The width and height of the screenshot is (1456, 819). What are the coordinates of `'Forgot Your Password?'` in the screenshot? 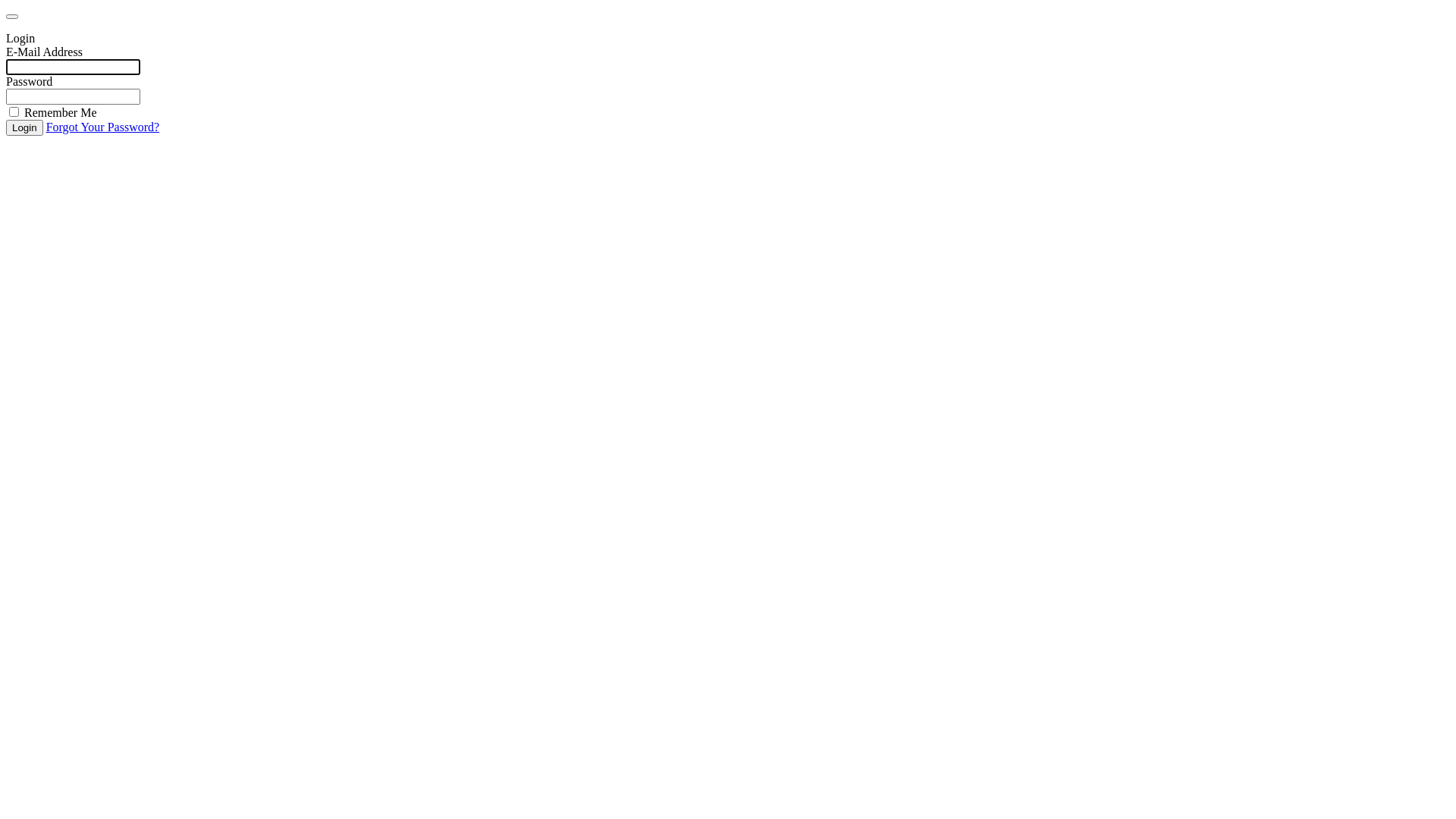 It's located at (102, 126).